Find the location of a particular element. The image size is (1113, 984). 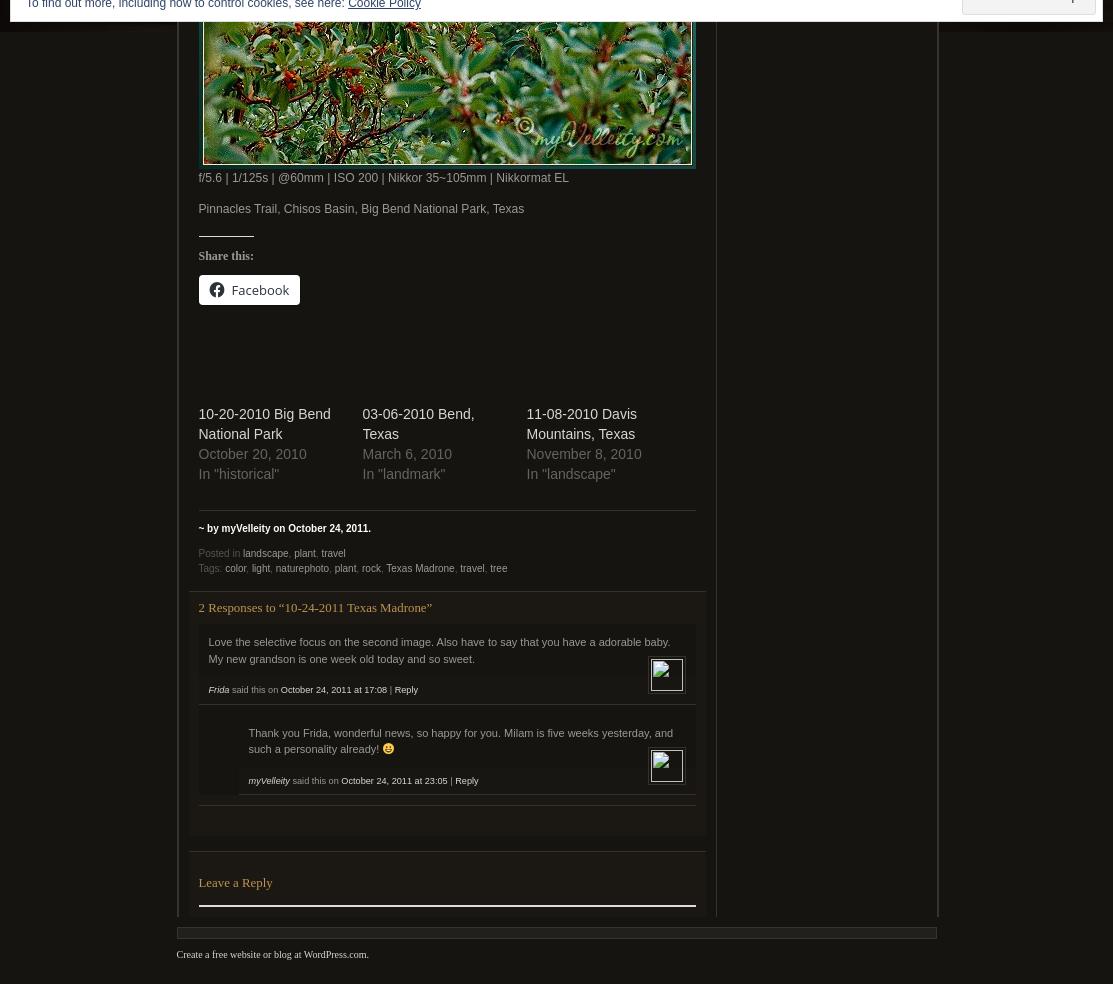

'Frida' is located at coordinates (208, 689).